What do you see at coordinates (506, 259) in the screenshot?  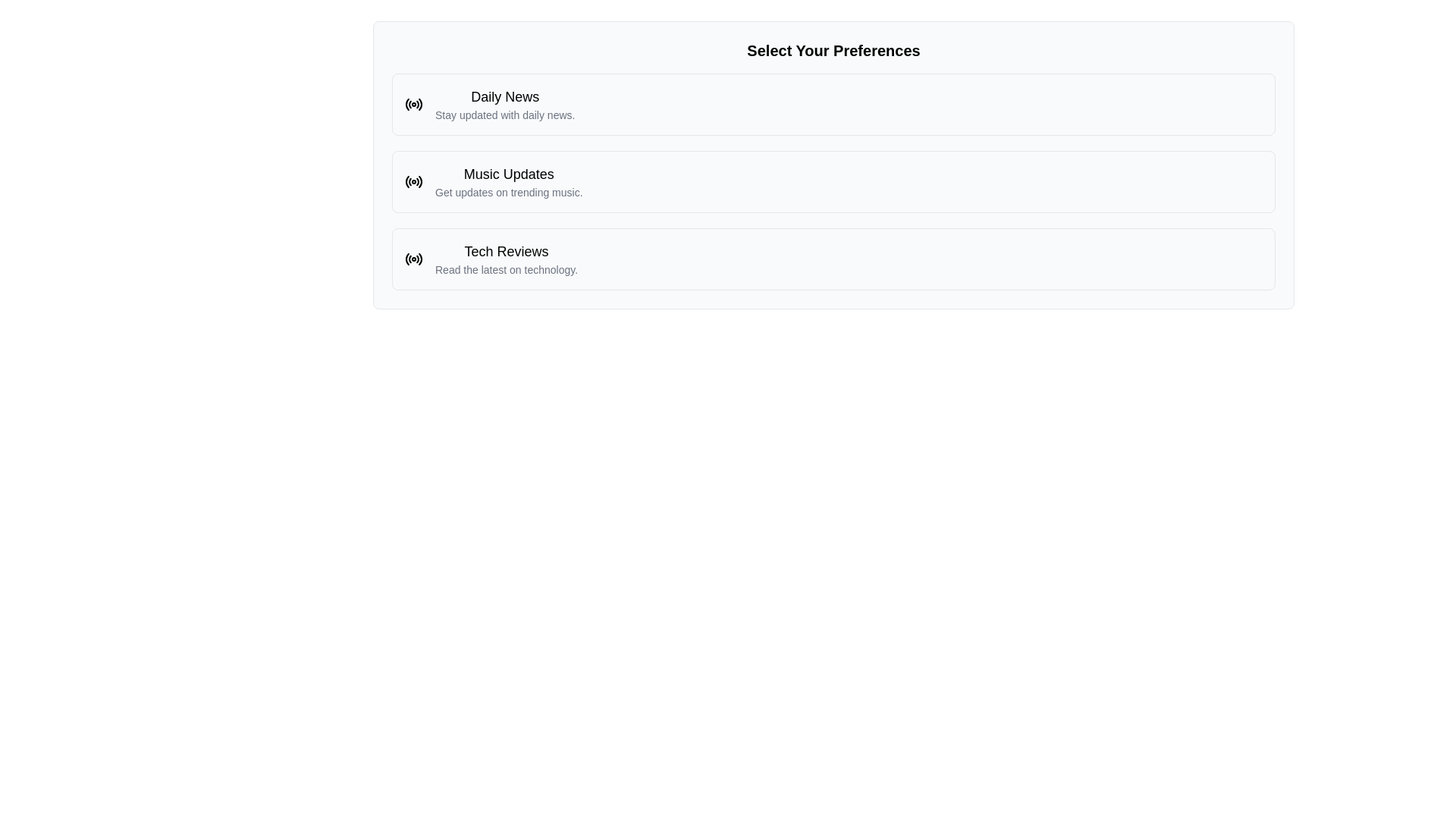 I see `the 'Tech Reviews' option entry element, which is the third in a vertical list below 'Daily News' and 'Music Updates'` at bounding box center [506, 259].